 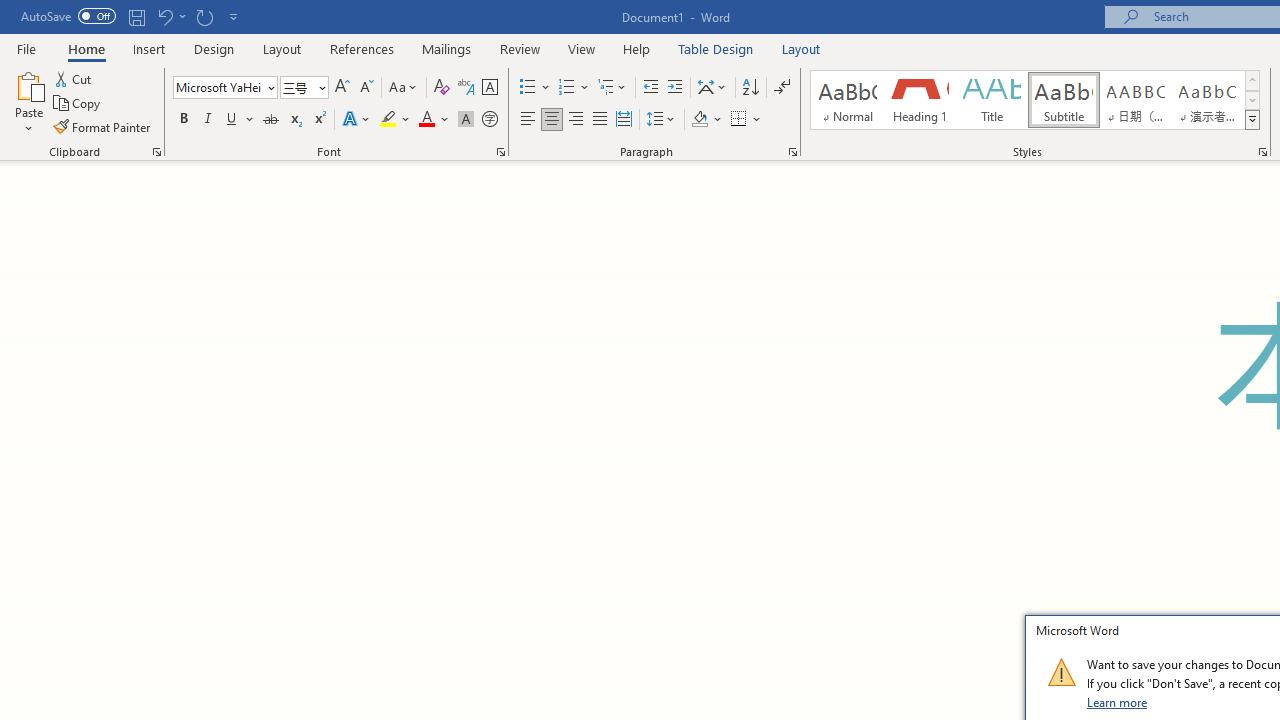 What do you see at coordinates (297, 86) in the screenshot?
I see `'Font Size'` at bounding box center [297, 86].